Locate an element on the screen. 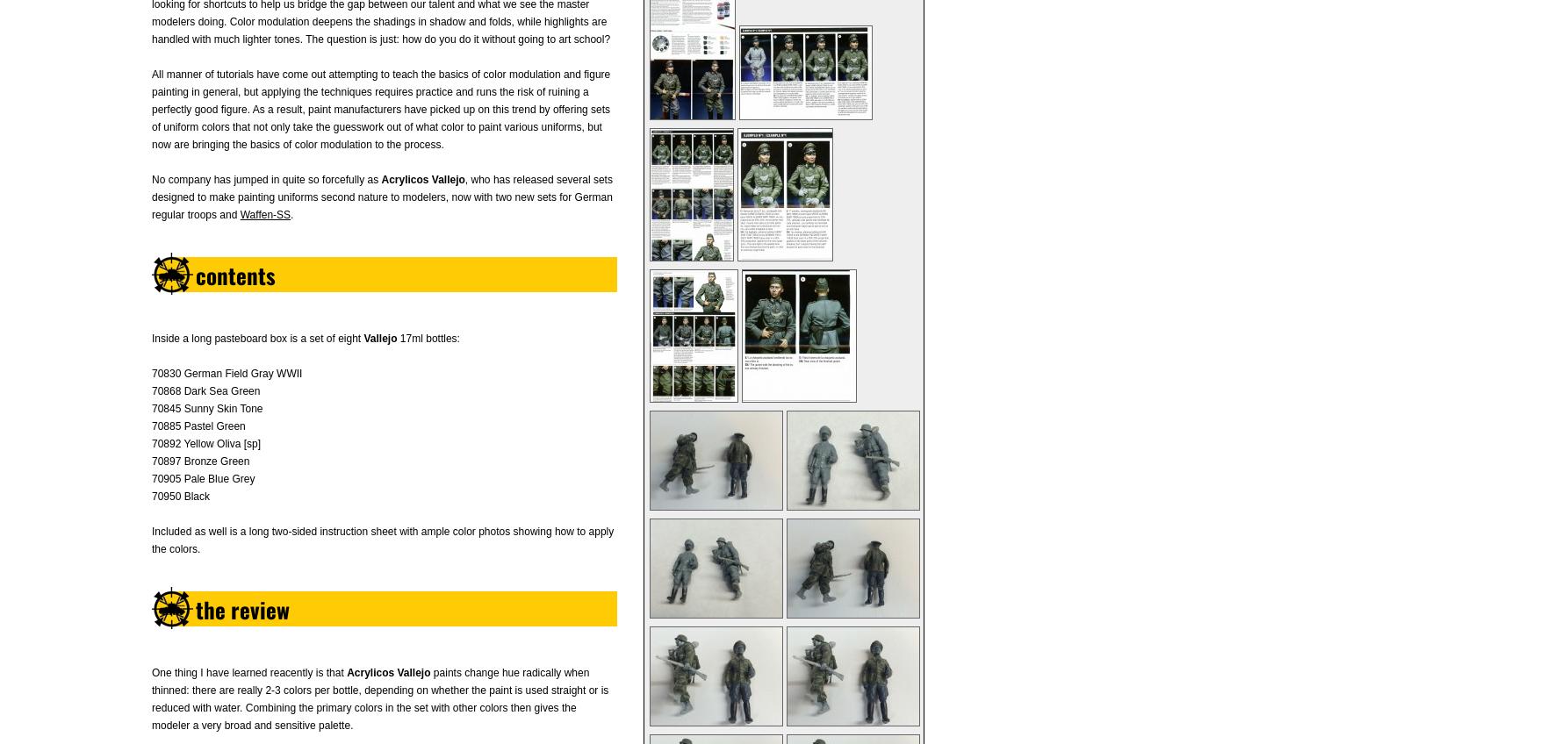 The width and height of the screenshot is (1568, 744). '70868 Dark Sea Green' is located at coordinates (205, 390).